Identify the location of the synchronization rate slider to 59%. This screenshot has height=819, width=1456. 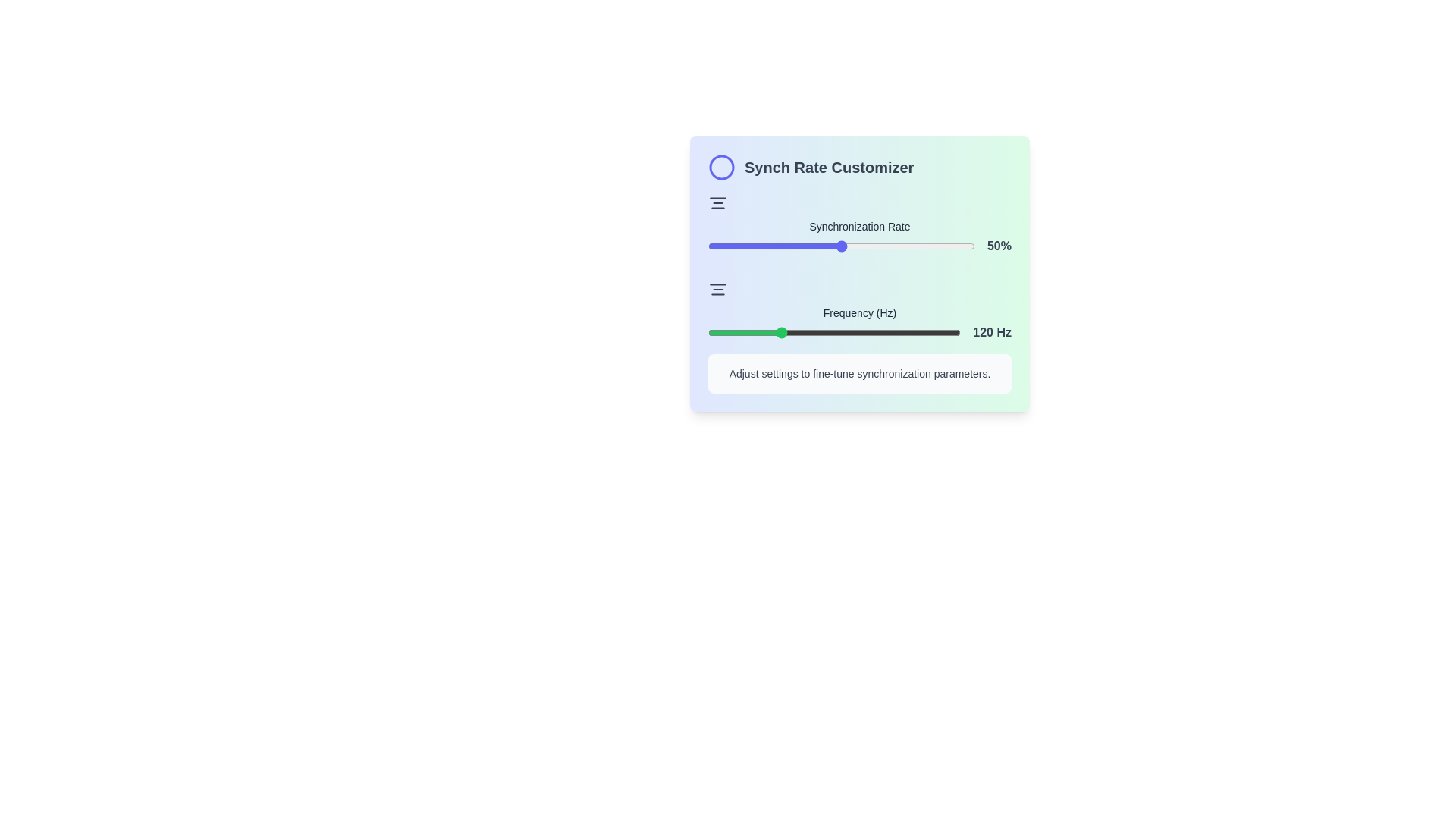
(865, 245).